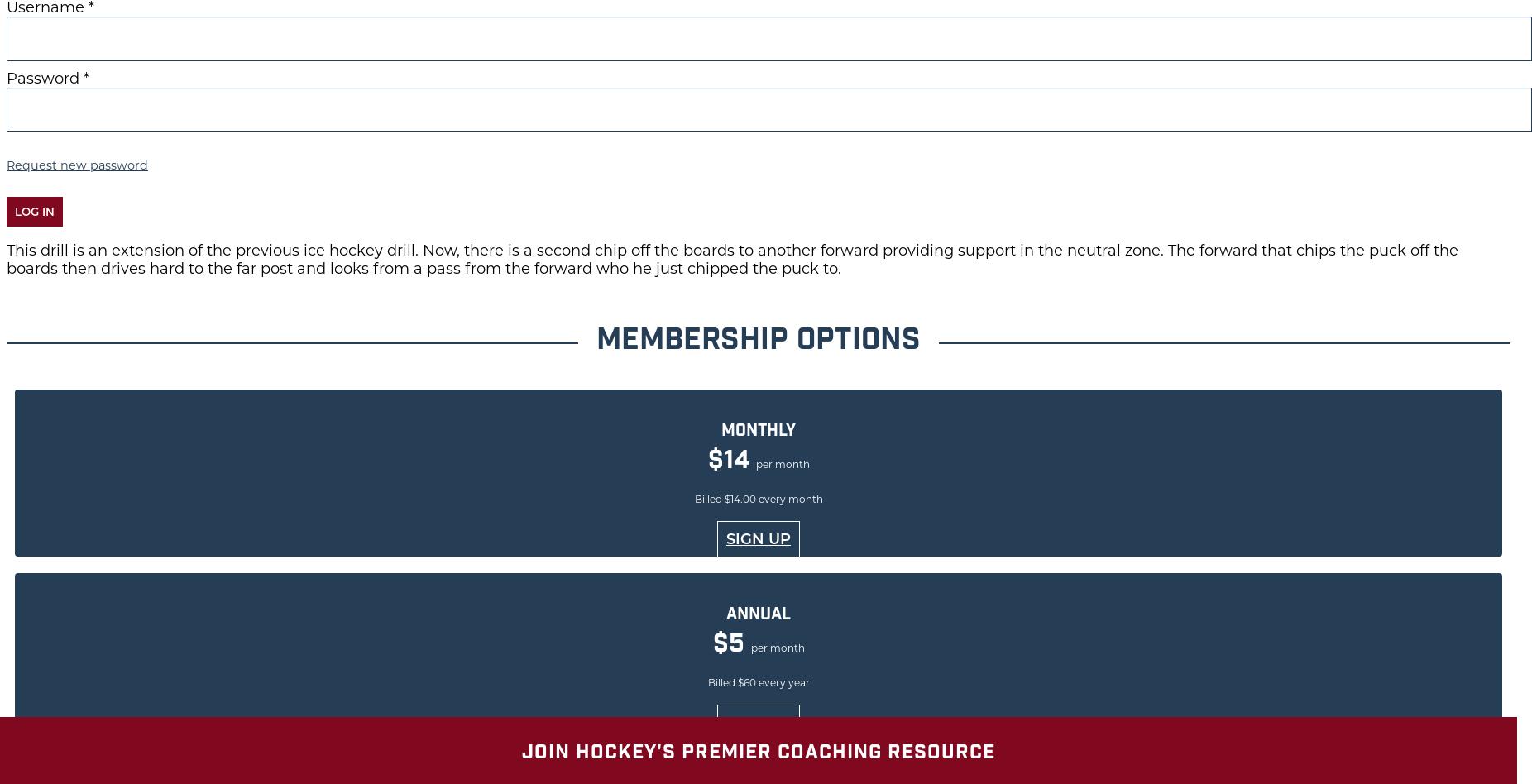  I want to click on 'This drill is an extension of the previous ice hockey drill. Now, there is a second chip off the boards to another forward providing support in the neutral zone. The forward that chips the puck off the boards then drives hard to the far post and looks from a pass from the forward who he just chipped the puck to.', so click(5, 259).